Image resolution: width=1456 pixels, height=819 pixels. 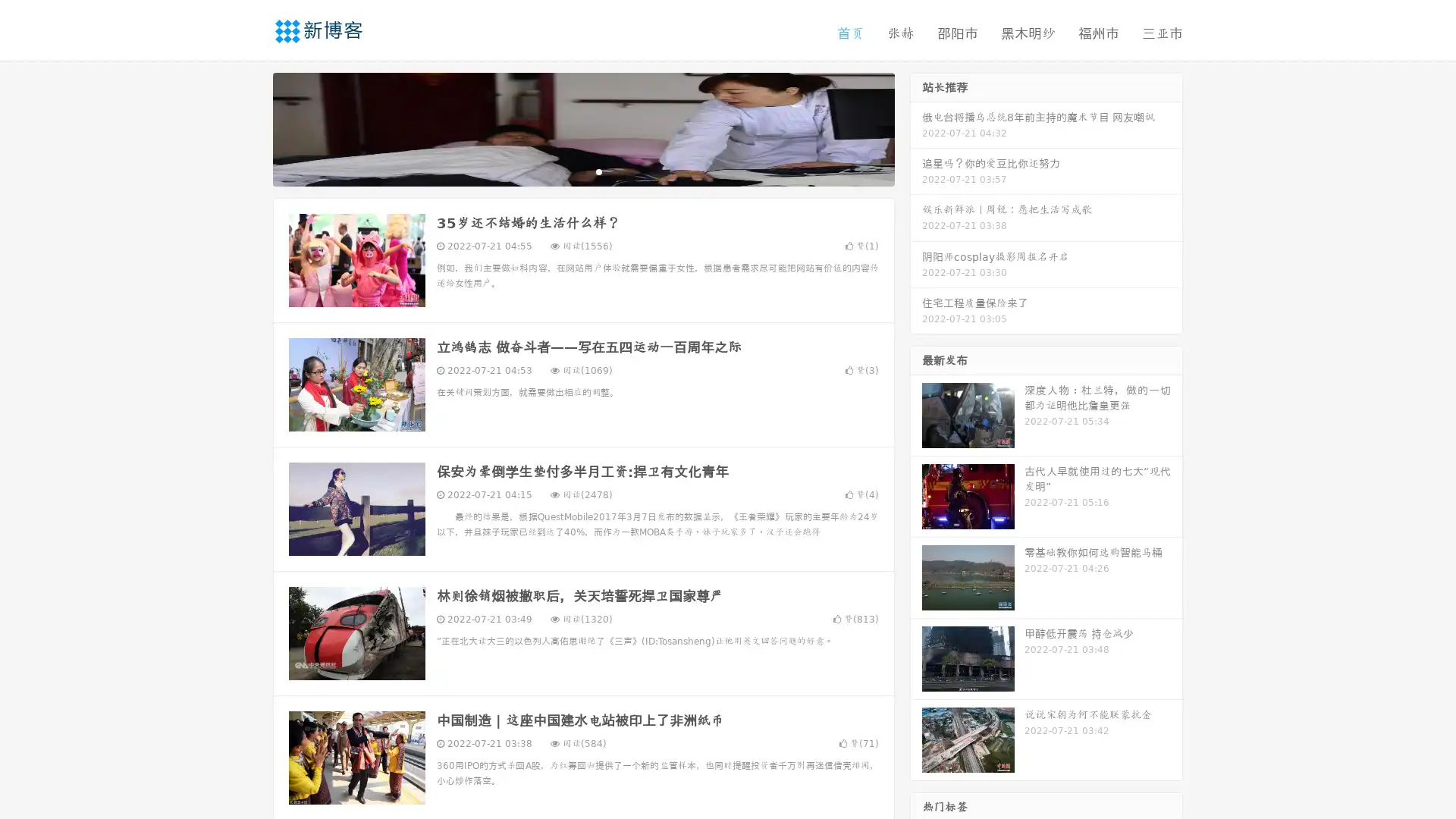 I want to click on Previous slide, so click(x=250, y=127).